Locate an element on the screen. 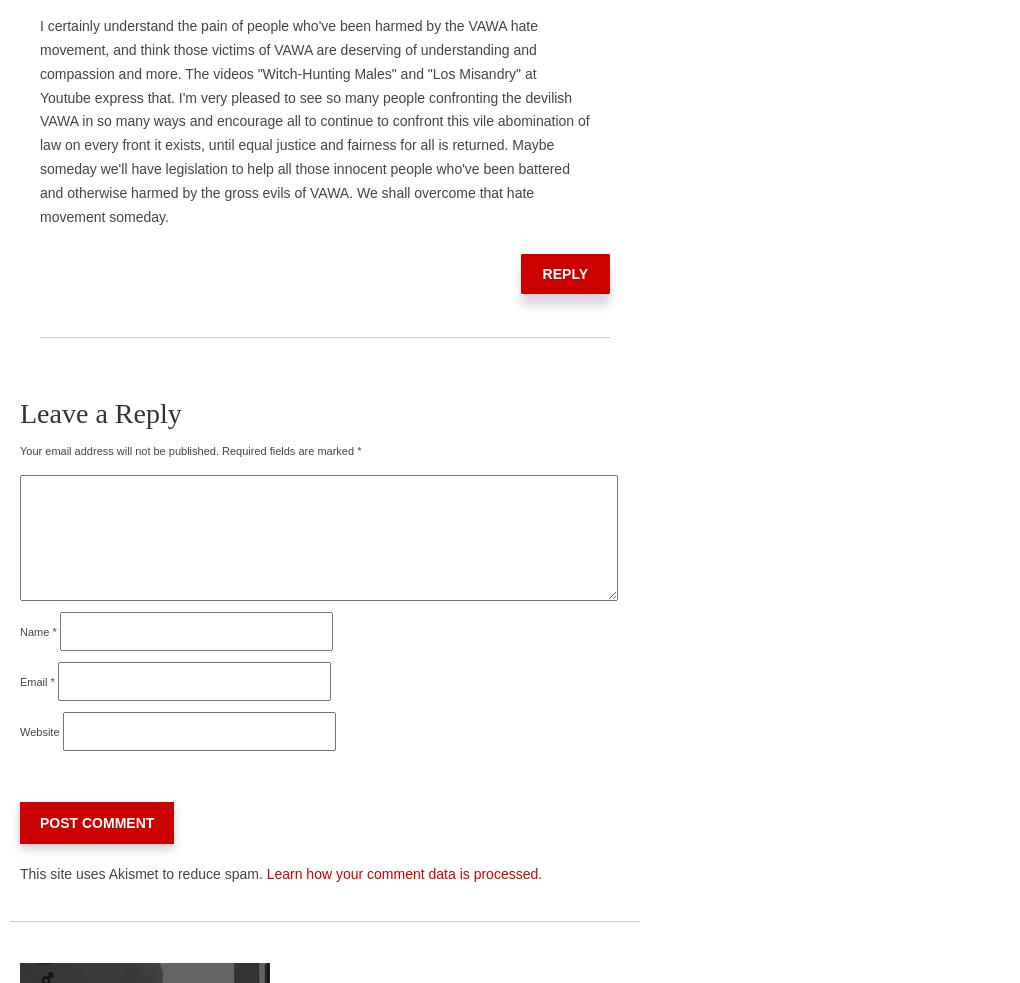 This screenshot has height=983, width=1020. '.' is located at coordinates (538, 873).